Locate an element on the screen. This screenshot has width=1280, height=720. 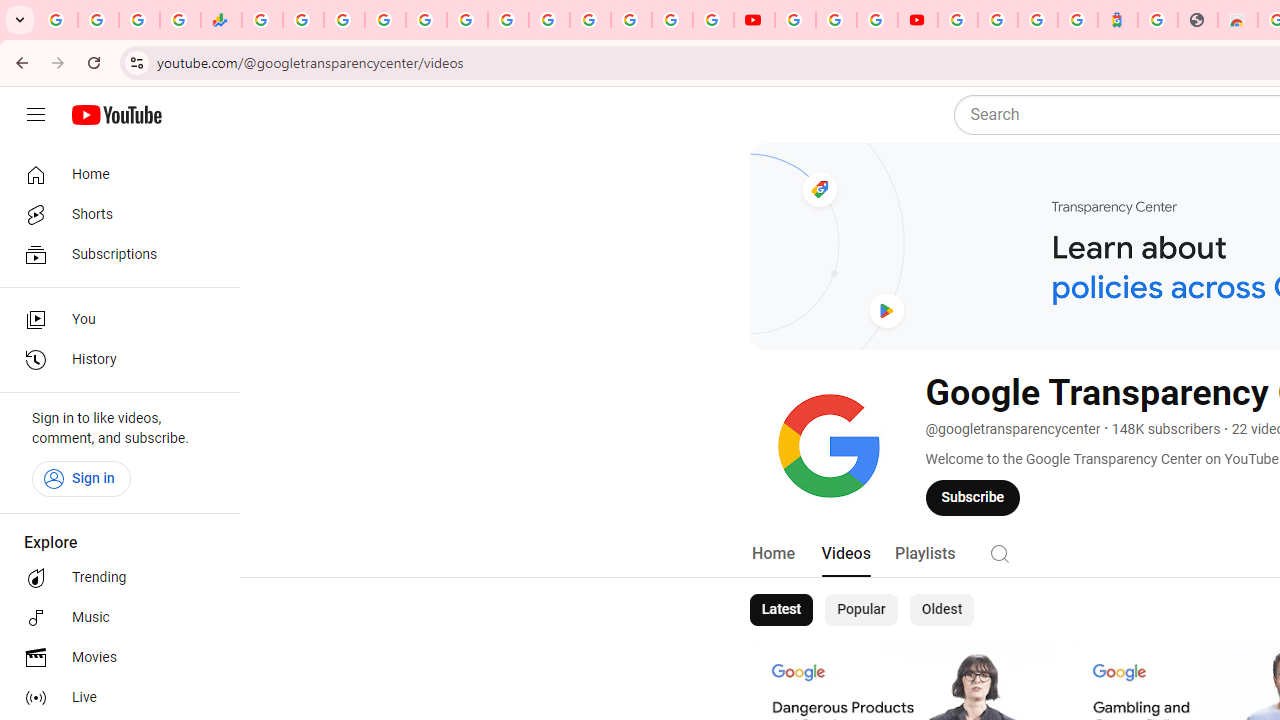
'Atour Hotel - Google hotels' is located at coordinates (1117, 20).